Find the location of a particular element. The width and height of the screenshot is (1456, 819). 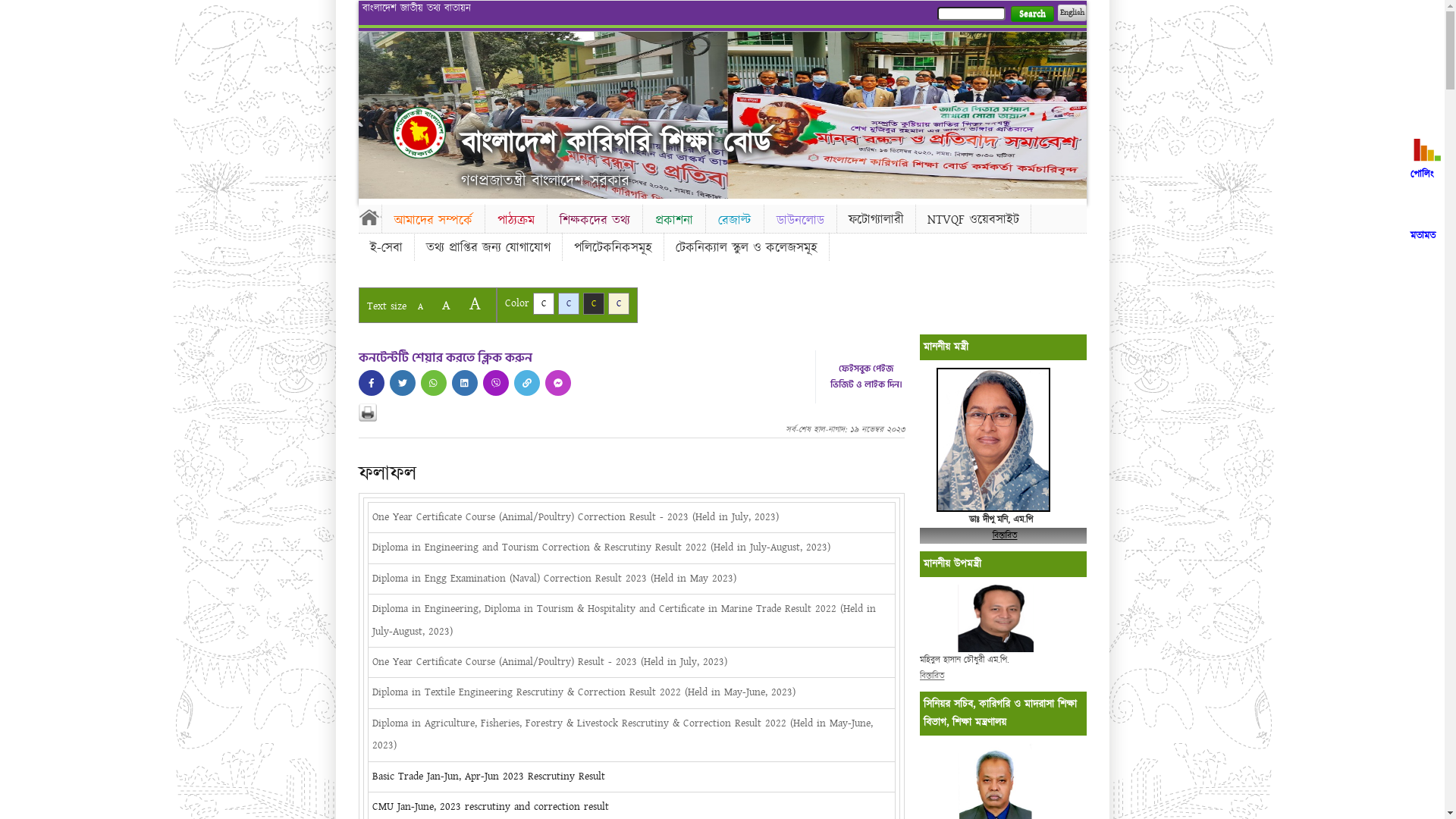

'C' is located at coordinates (582, 303).